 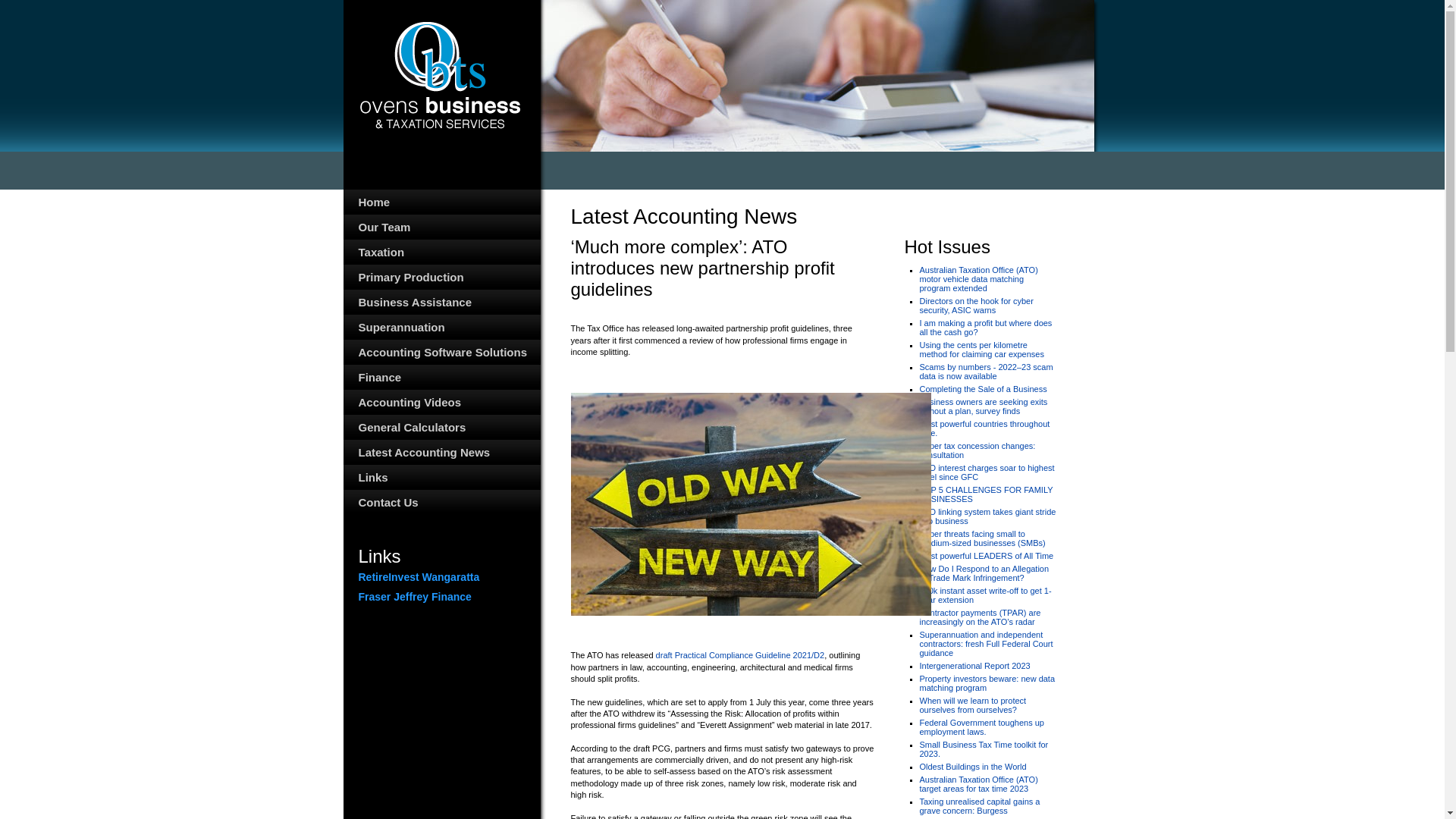 I want to click on 'Most powerful countries throughout time.', so click(x=984, y=428).